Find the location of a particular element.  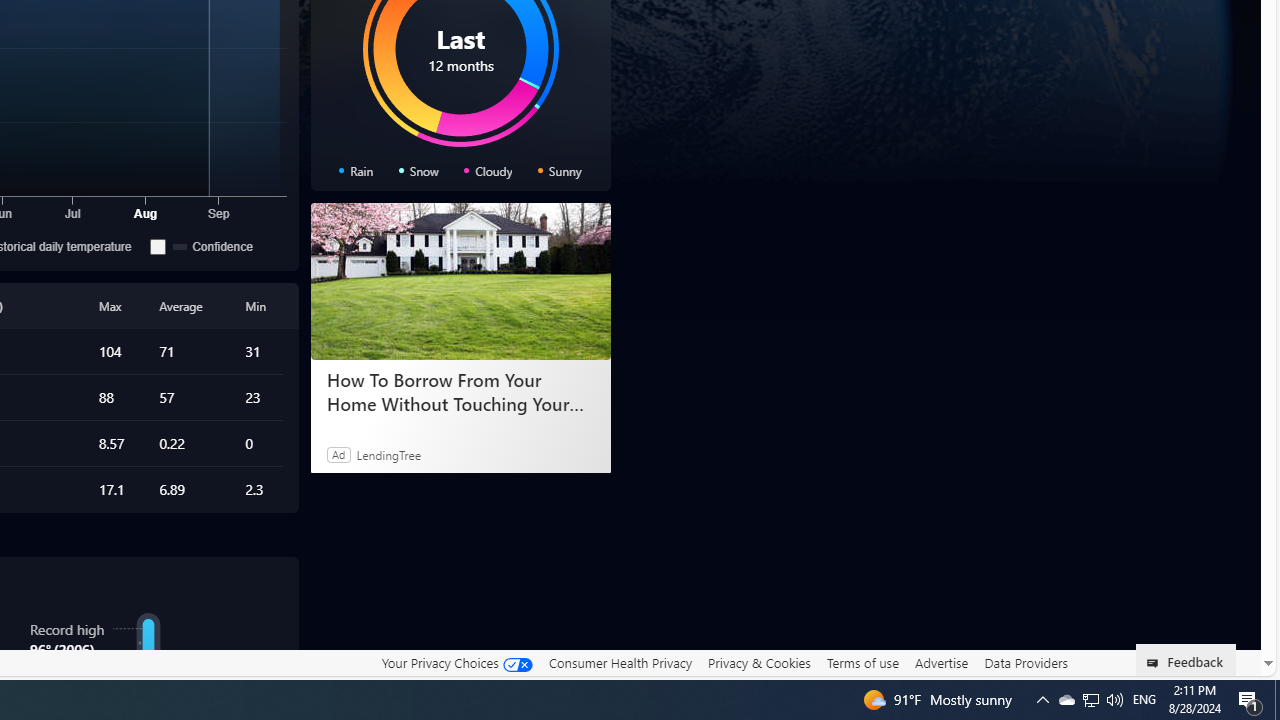

'Privacy & Cookies' is located at coordinates (758, 662).